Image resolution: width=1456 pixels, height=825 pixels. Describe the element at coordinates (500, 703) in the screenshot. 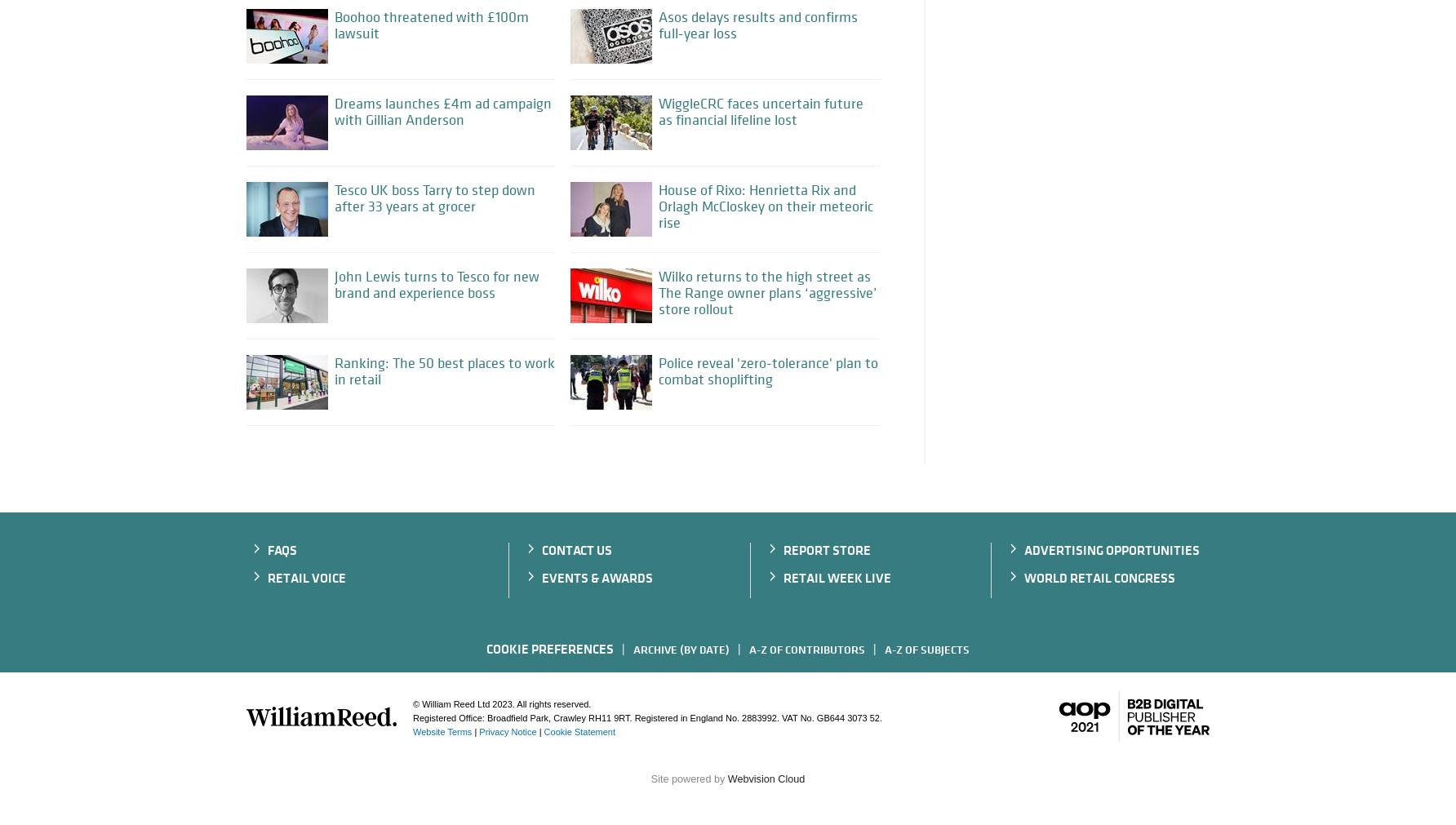

I see `'© William Reed Ltd 2023. All rights reserved.'` at that location.